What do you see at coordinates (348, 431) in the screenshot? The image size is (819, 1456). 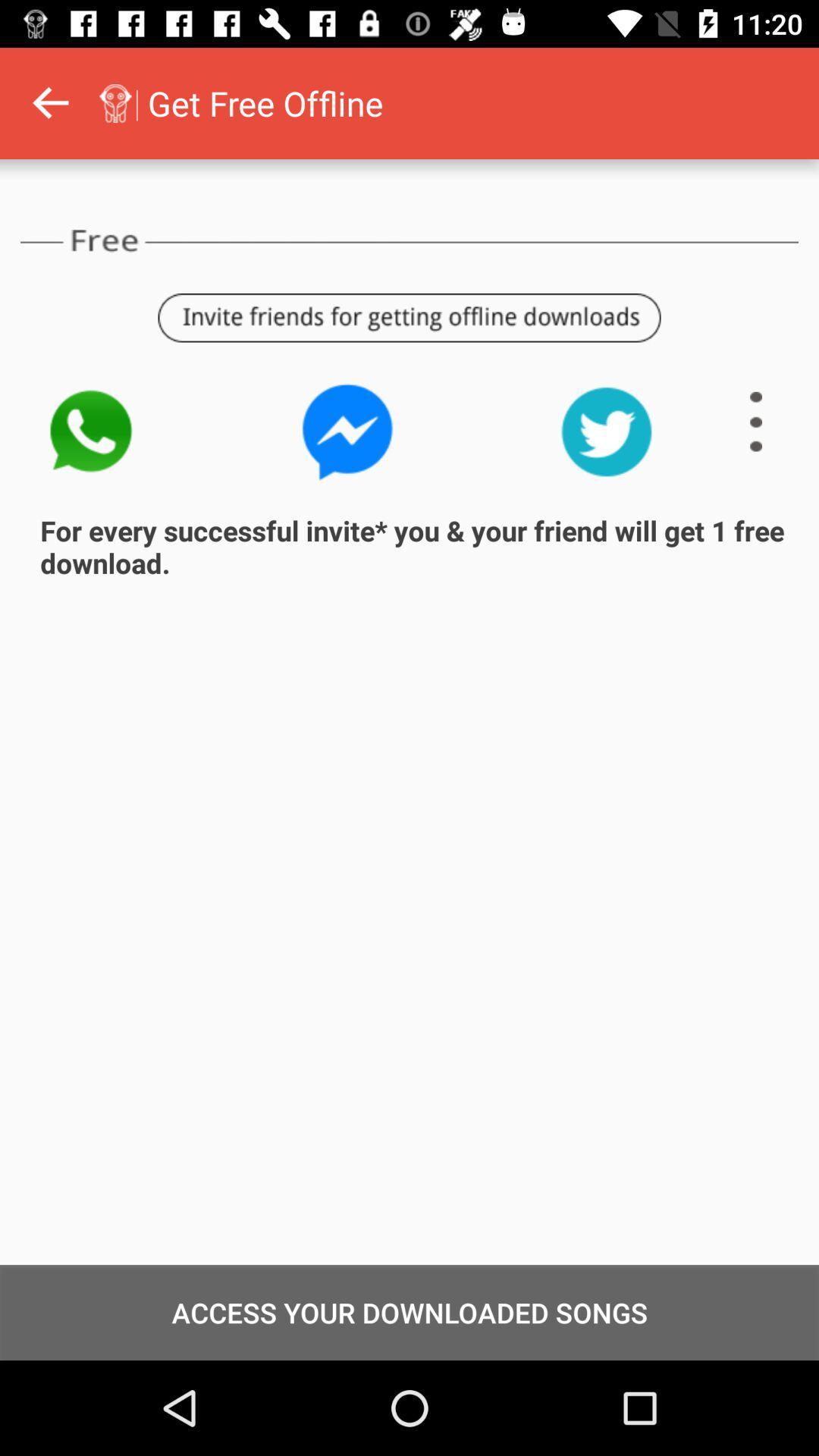 I see `click on messenger` at bounding box center [348, 431].